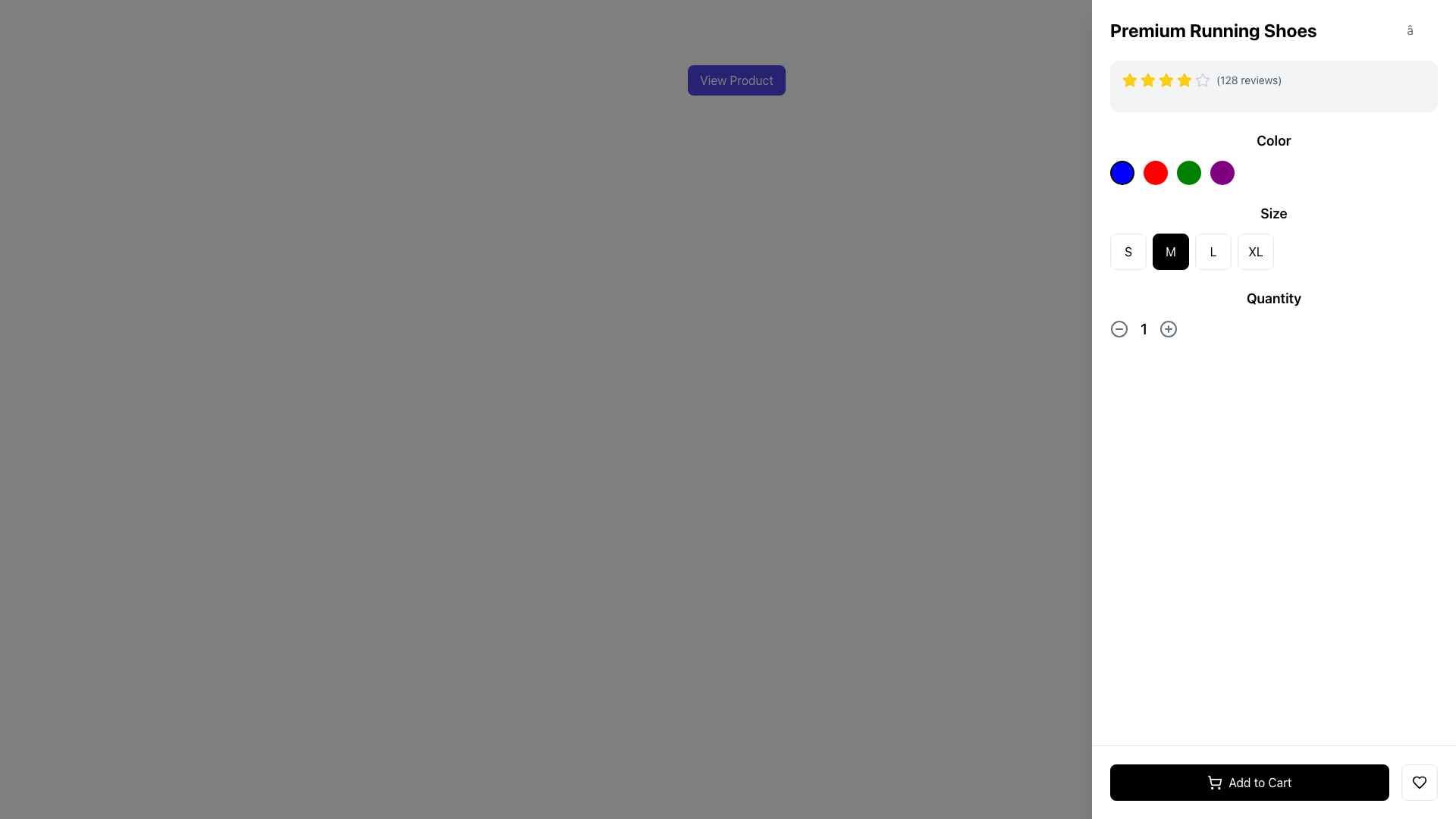 The height and width of the screenshot is (819, 1456). What do you see at coordinates (1165, 80) in the screenshot?
I see `the third star in the four-star rating component located below the title 'Premium Running Shoes' in the right panel` at bounding box center [1165, 80].